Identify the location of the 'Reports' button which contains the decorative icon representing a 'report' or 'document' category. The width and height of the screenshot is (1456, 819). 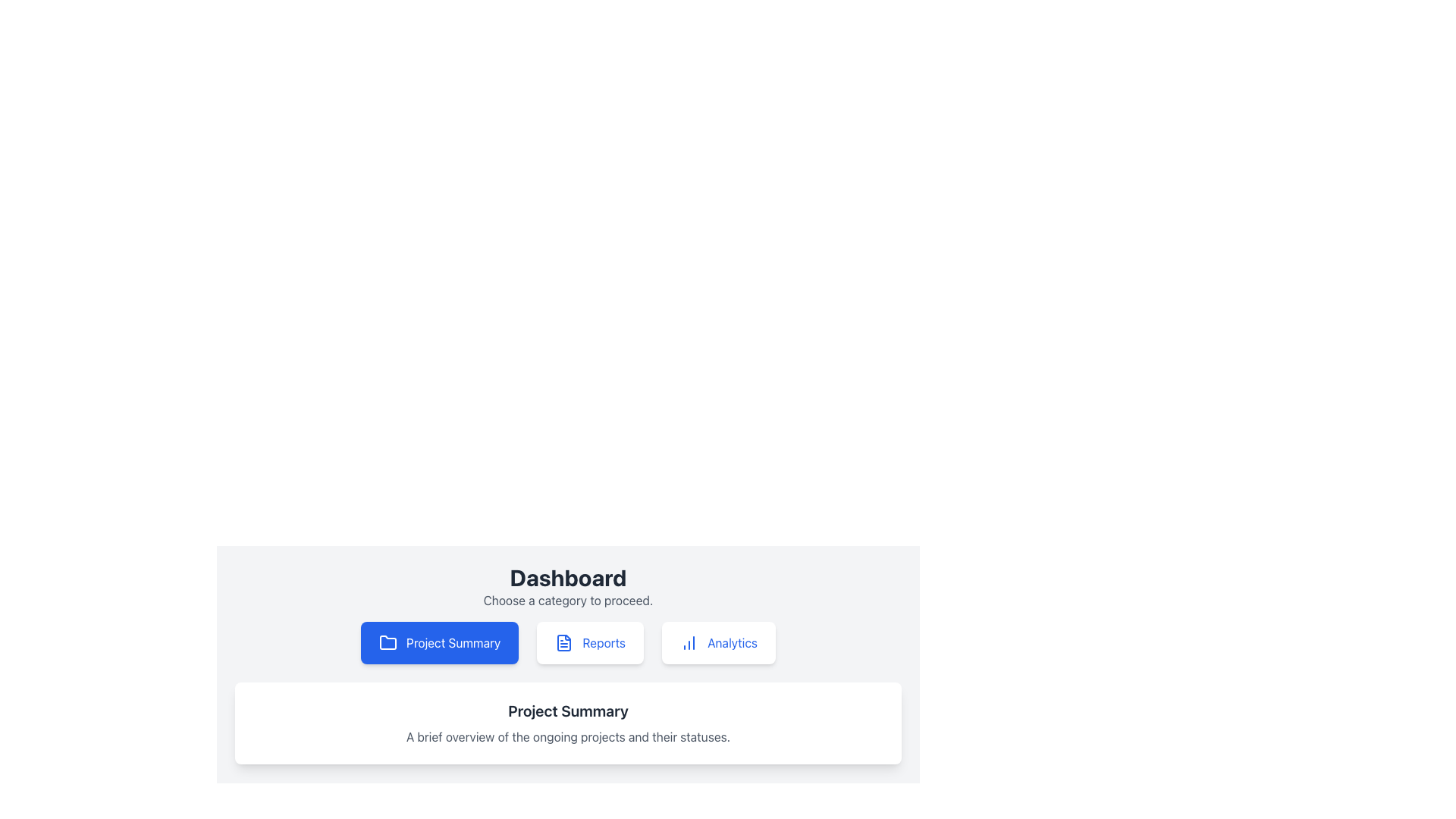
(563, 643).